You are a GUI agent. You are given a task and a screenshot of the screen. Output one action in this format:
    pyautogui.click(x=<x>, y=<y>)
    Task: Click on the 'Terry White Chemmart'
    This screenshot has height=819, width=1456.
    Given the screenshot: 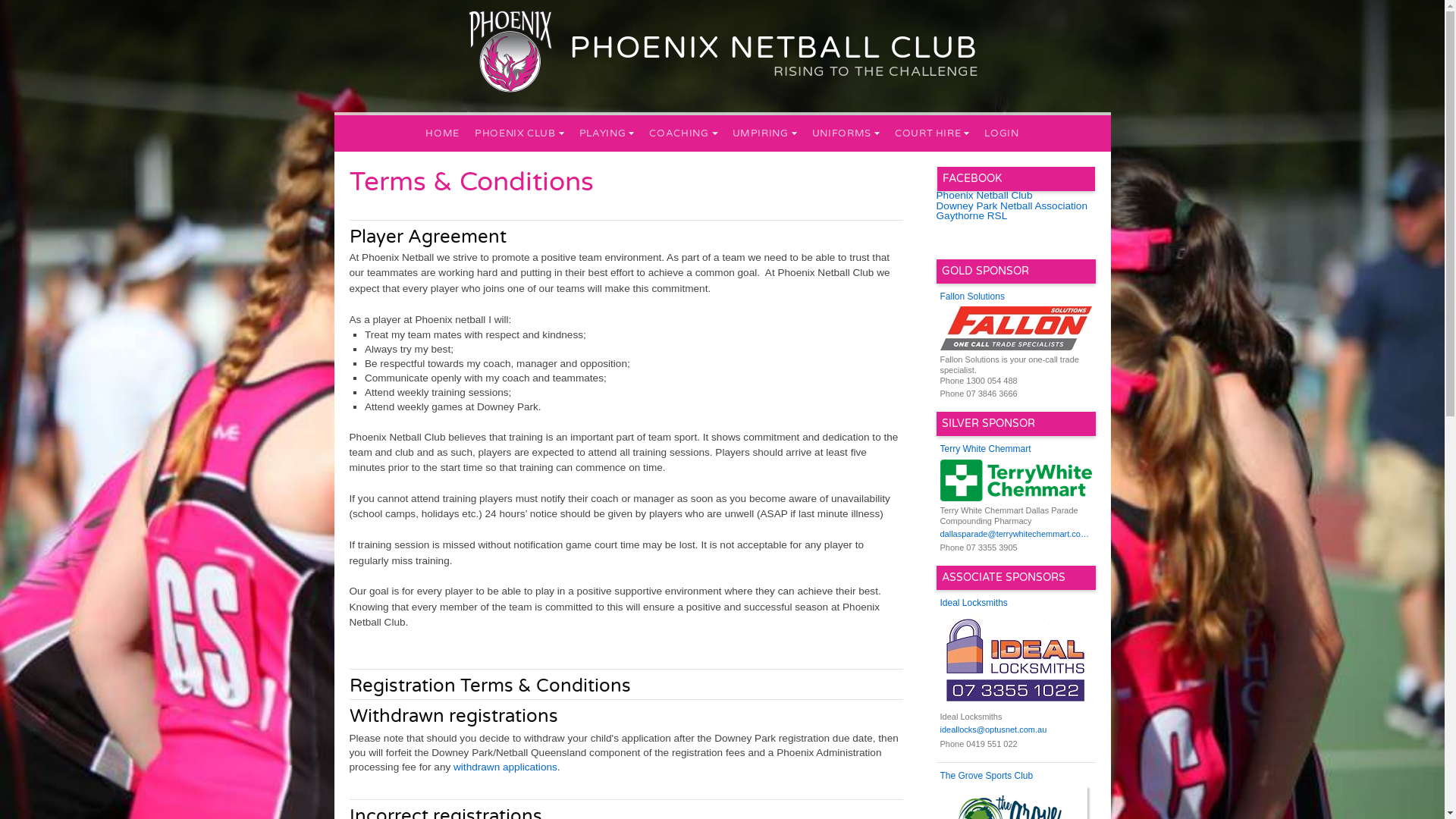 What is the action you would take?
    pyautogui.click(x=939, y=449)
    